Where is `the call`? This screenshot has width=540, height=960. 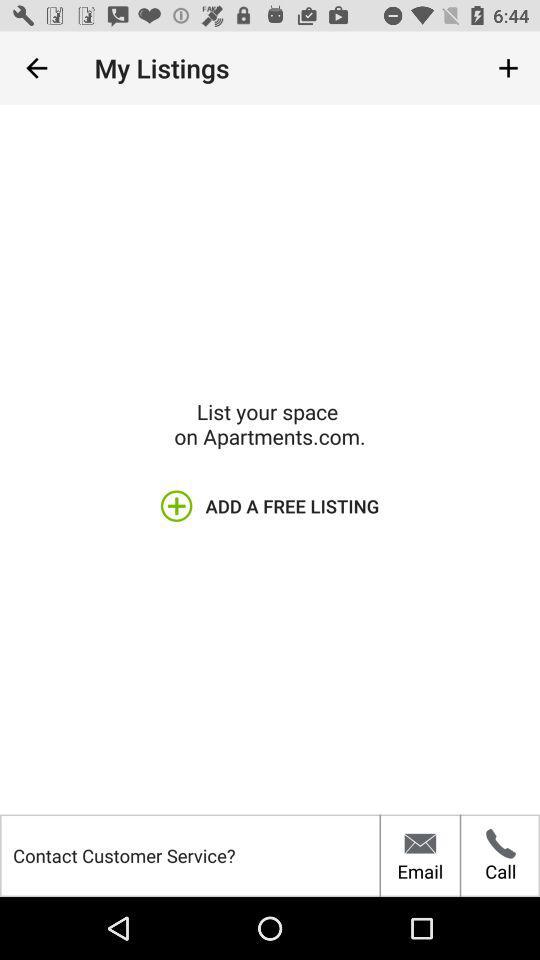
the call is located at coordinates (499, 854).